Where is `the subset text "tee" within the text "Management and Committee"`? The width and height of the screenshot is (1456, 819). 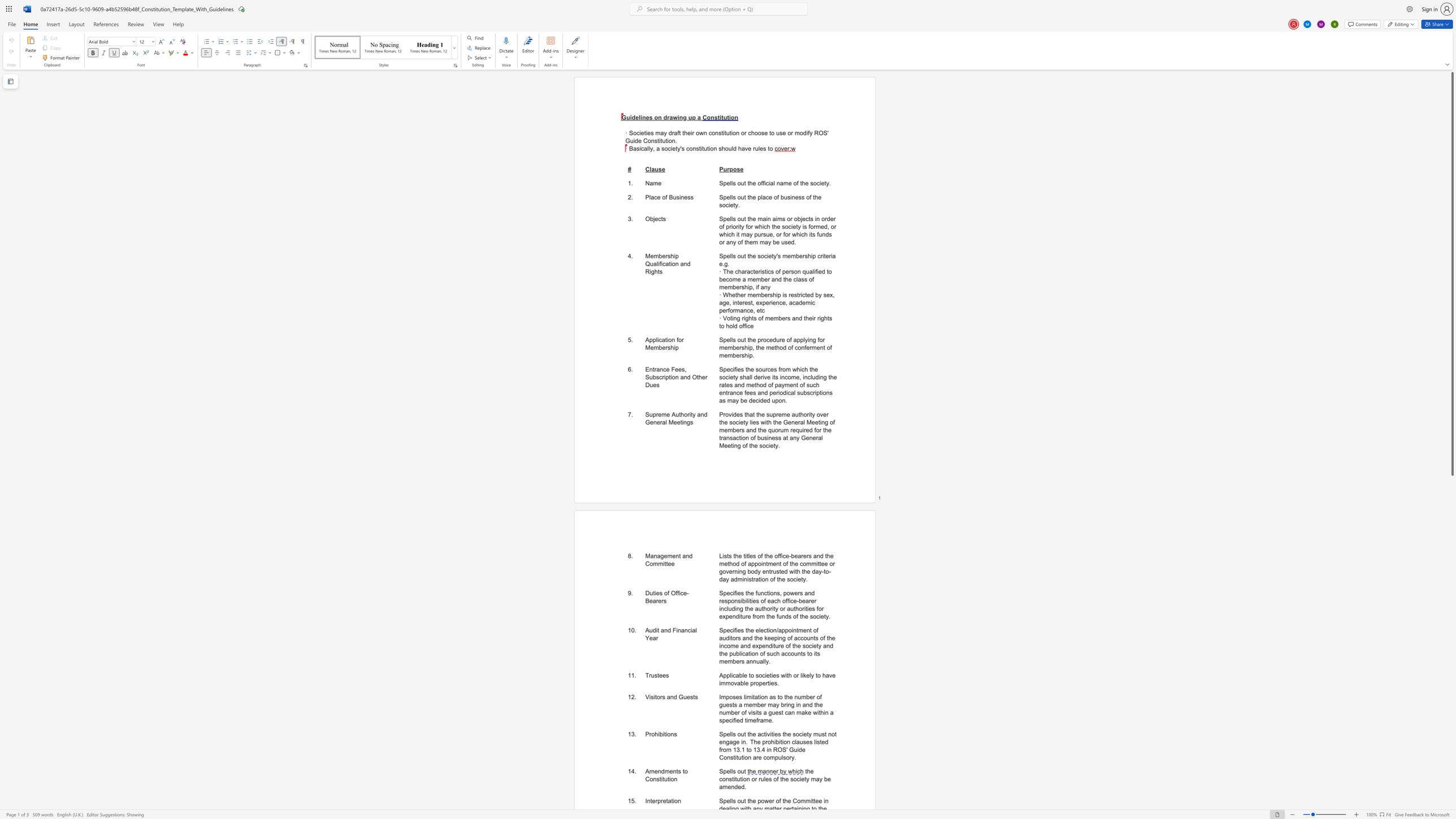
the subset text "tee" within the text "Management and Committee" is located at coordinates (665, 563).